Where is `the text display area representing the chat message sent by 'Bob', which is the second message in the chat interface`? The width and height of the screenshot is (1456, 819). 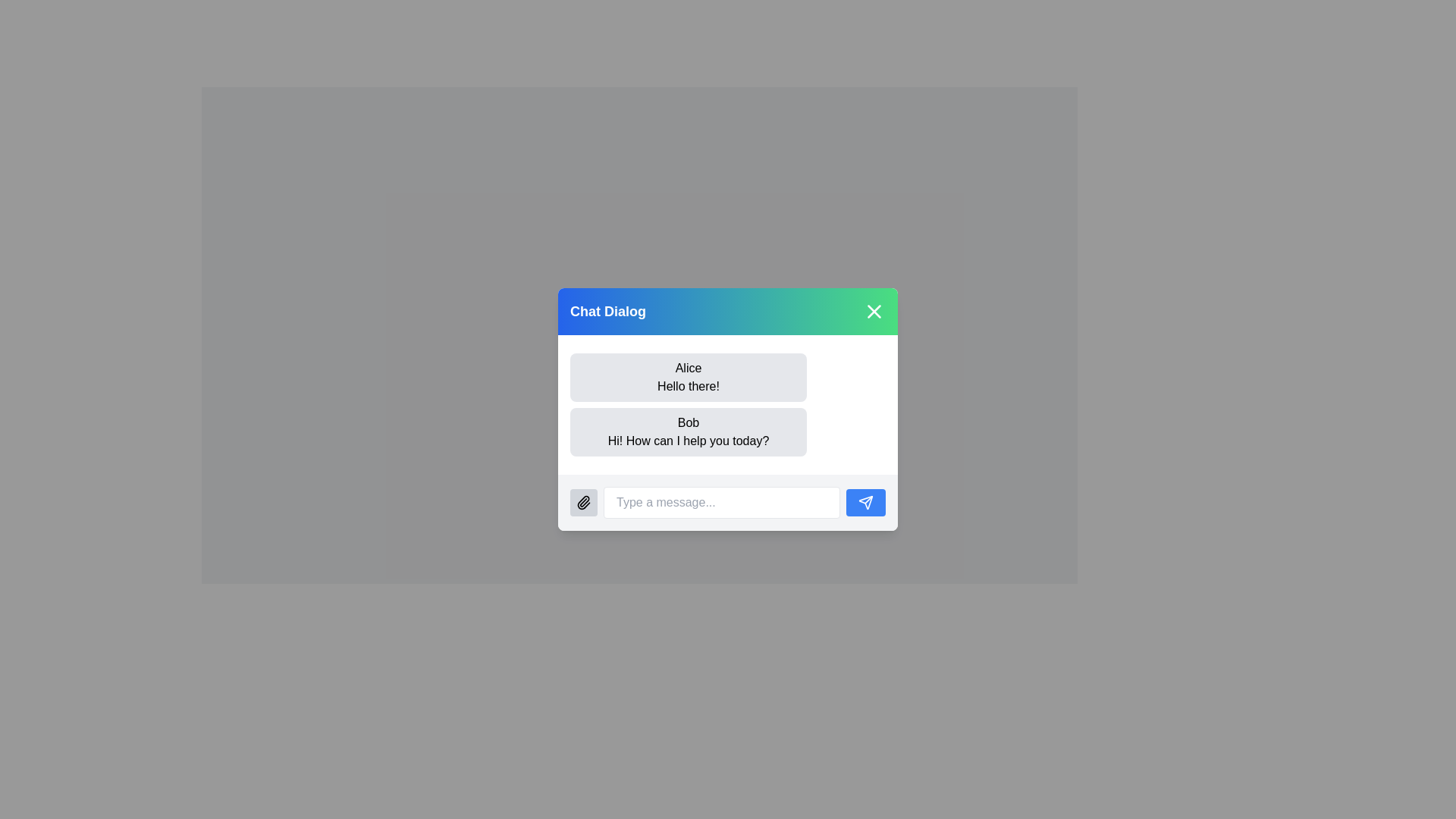 the text display area representing the chat message sent by 'Bob', which is the second message in the chat interface is located at coordinates (687, 432).